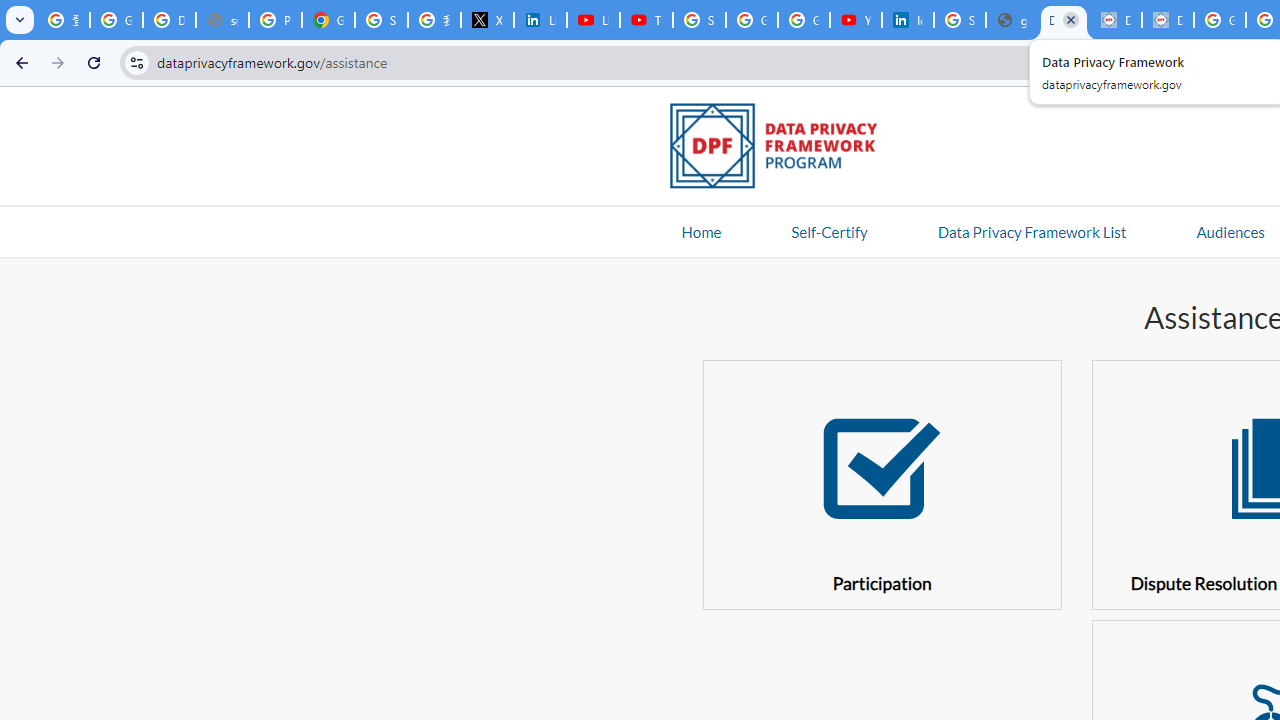 This screenshot has height=720, width=1280. What do you see at coordinates (699, 20) in the screenshot?
I see `'Sign in - Google Accounts'` at bounding box center [699, 20].